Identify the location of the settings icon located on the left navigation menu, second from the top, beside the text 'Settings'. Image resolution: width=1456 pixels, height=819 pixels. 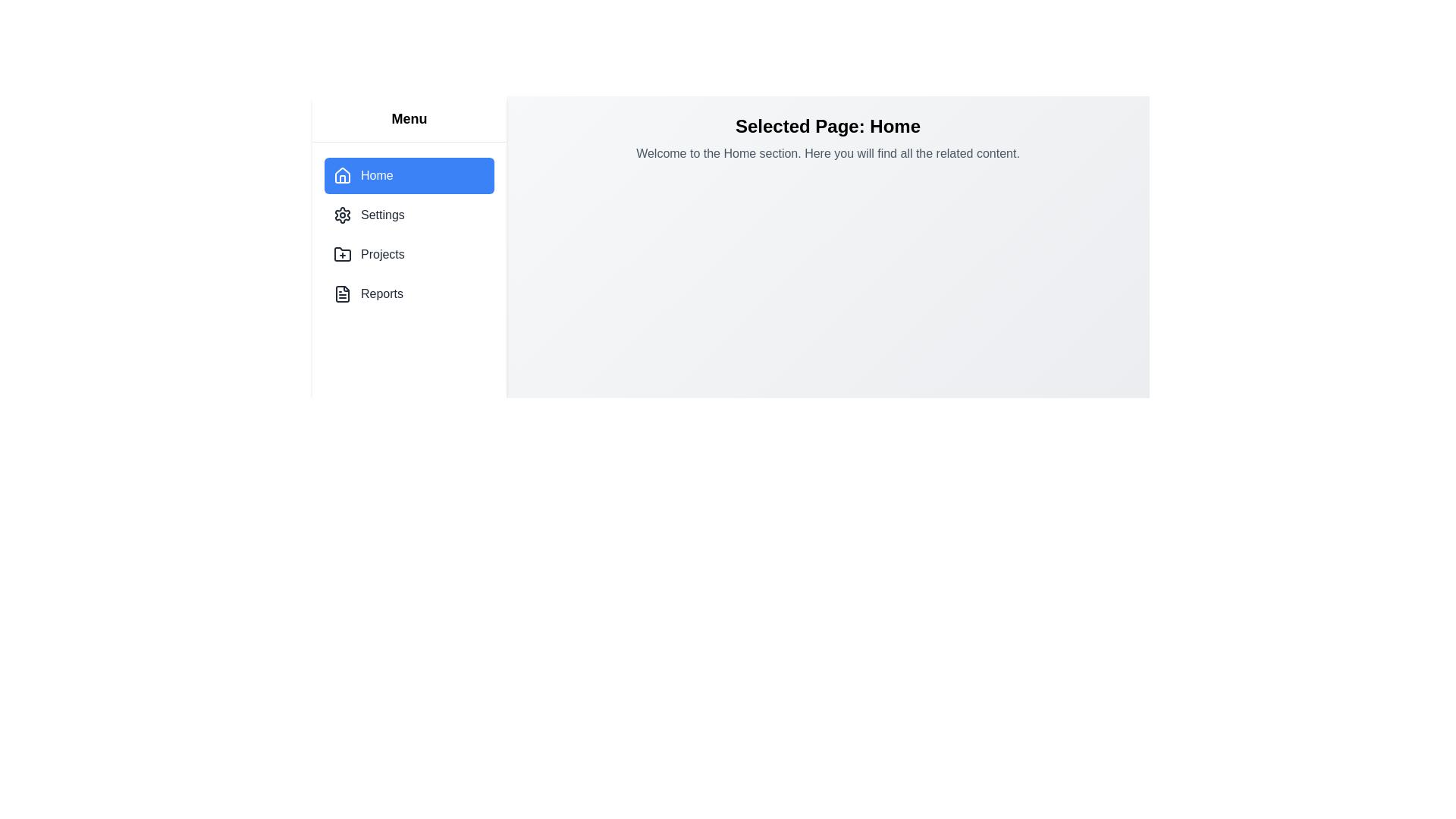
(341, 215).